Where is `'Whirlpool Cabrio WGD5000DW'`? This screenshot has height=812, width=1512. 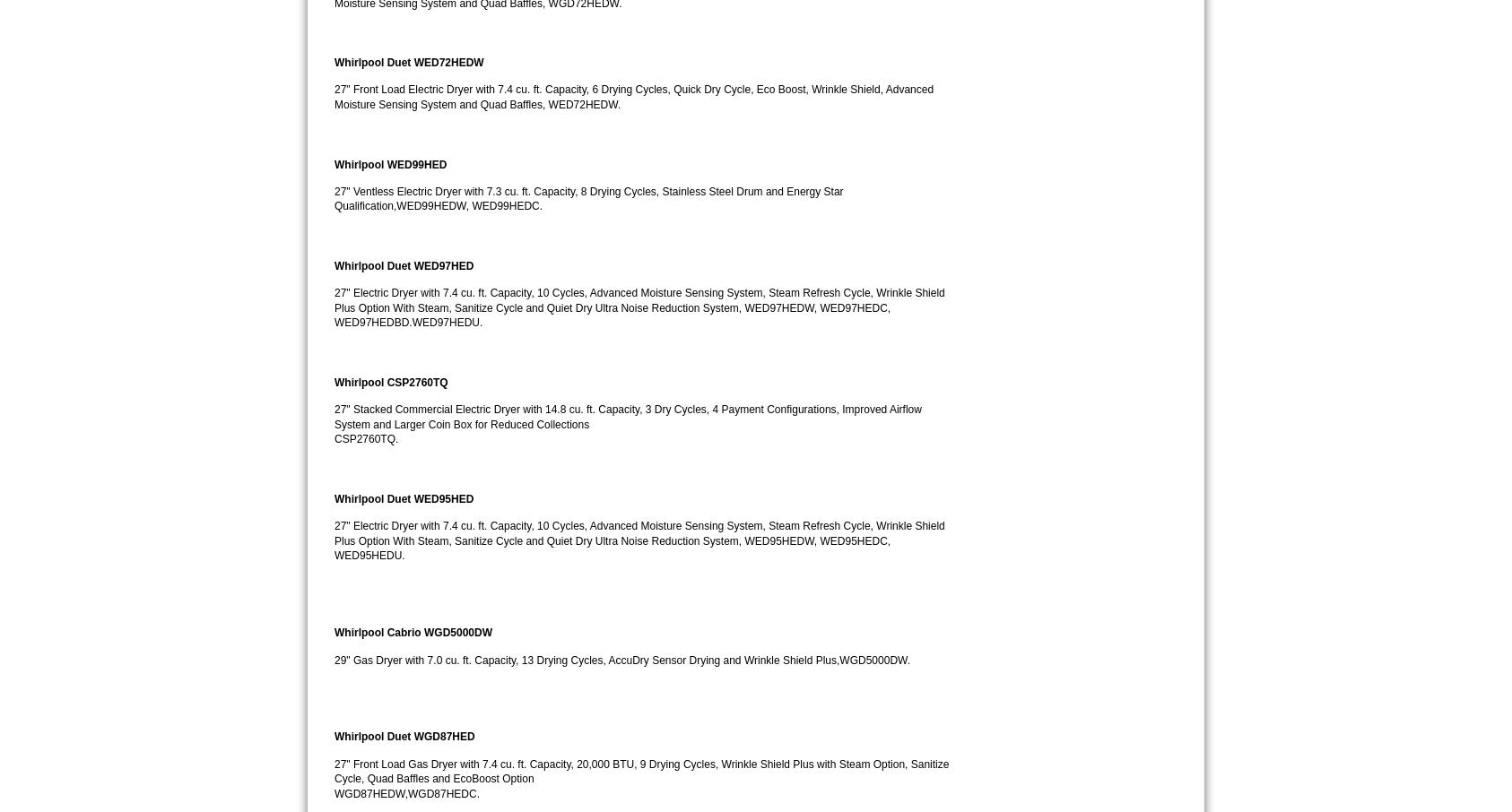
'Whirlpool Cabrio WGD5000DW' is located at coordinates (413, 632).